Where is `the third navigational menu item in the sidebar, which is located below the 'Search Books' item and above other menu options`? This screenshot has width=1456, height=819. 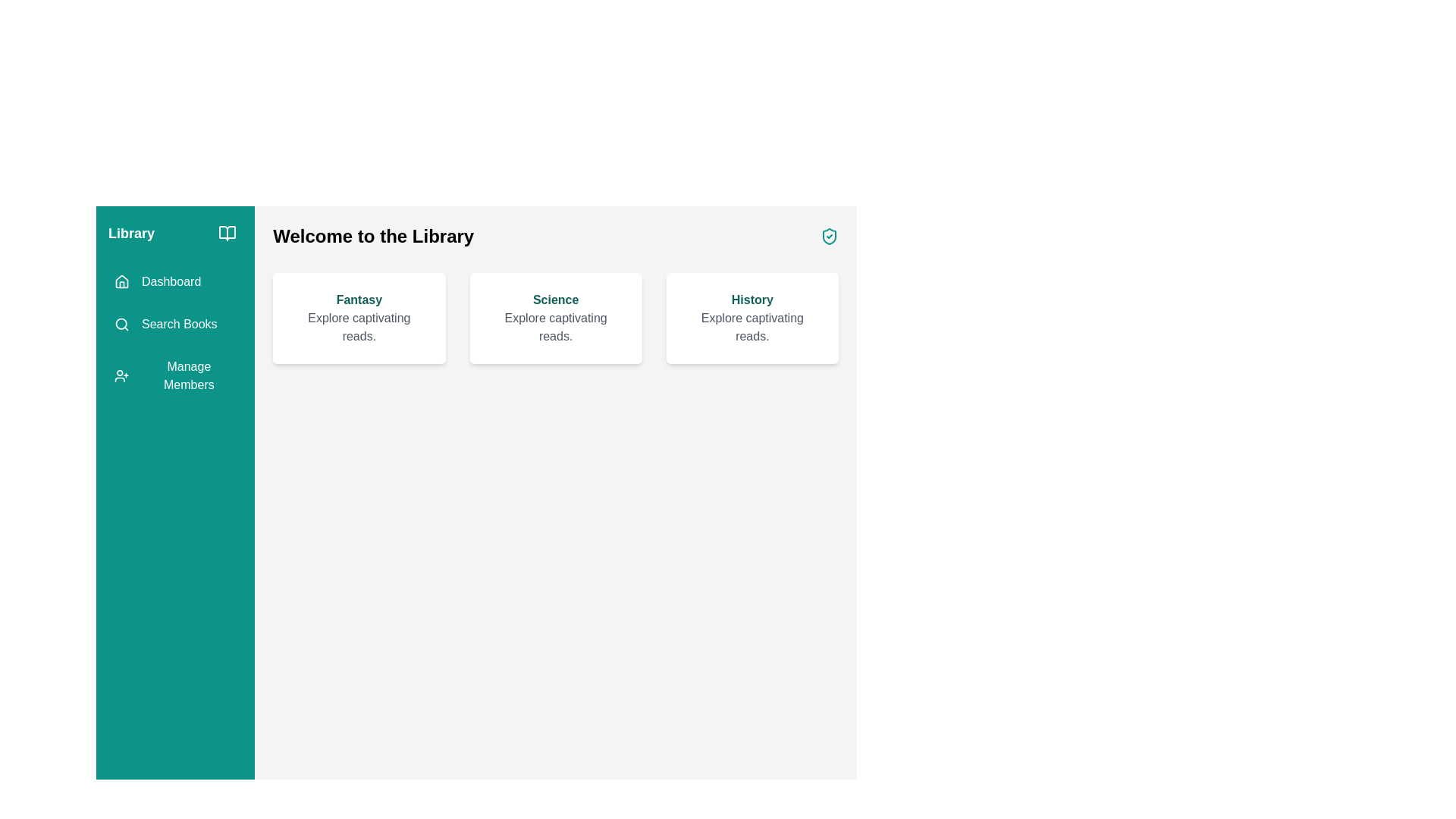
the third navigational menu item in the sidebar, which is located below the 'Search Books' item and above other menu options is located at coordinates (175, 375).